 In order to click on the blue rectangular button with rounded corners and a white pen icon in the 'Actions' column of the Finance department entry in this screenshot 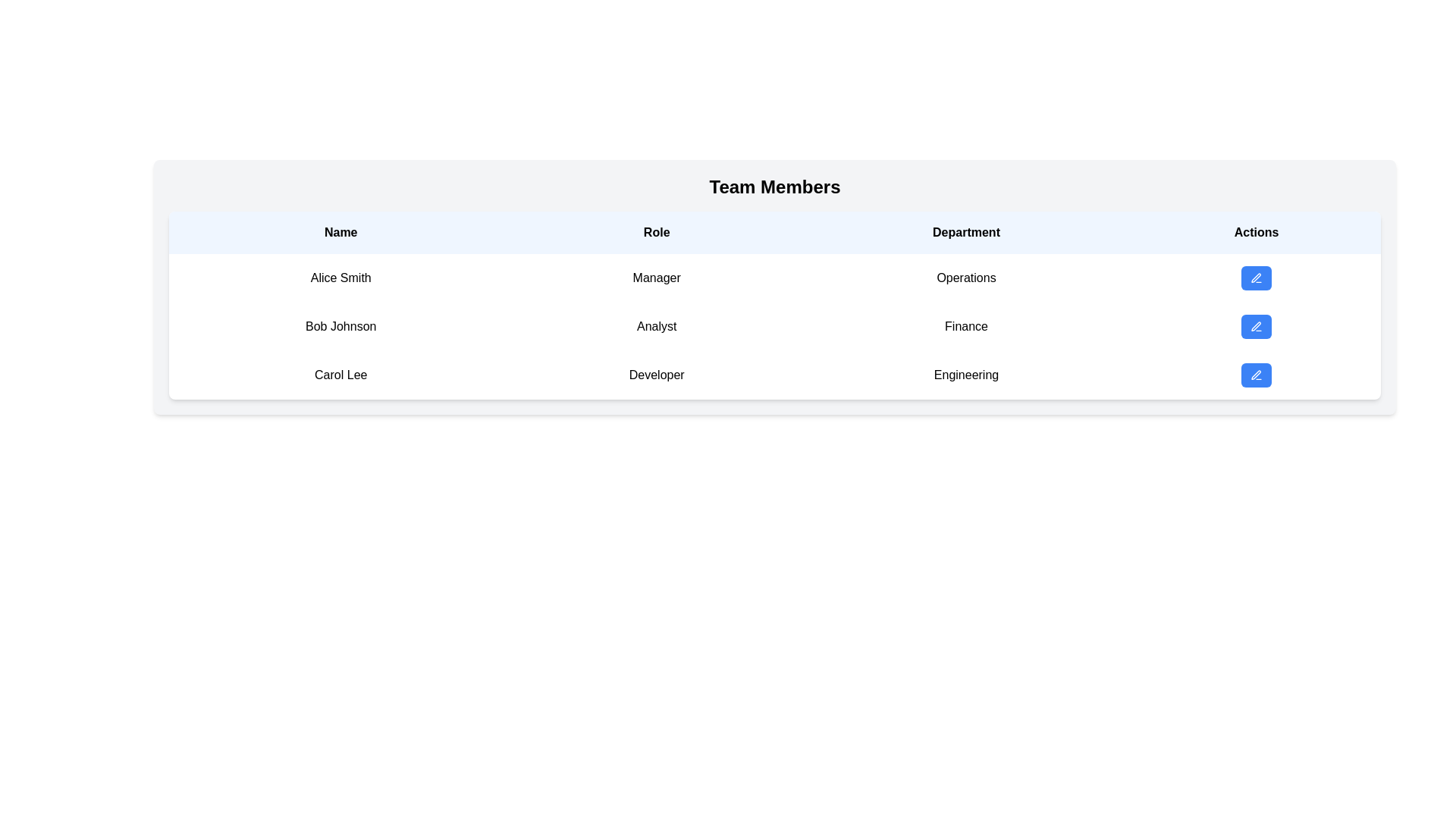, I will do `click(1256, 326)`.